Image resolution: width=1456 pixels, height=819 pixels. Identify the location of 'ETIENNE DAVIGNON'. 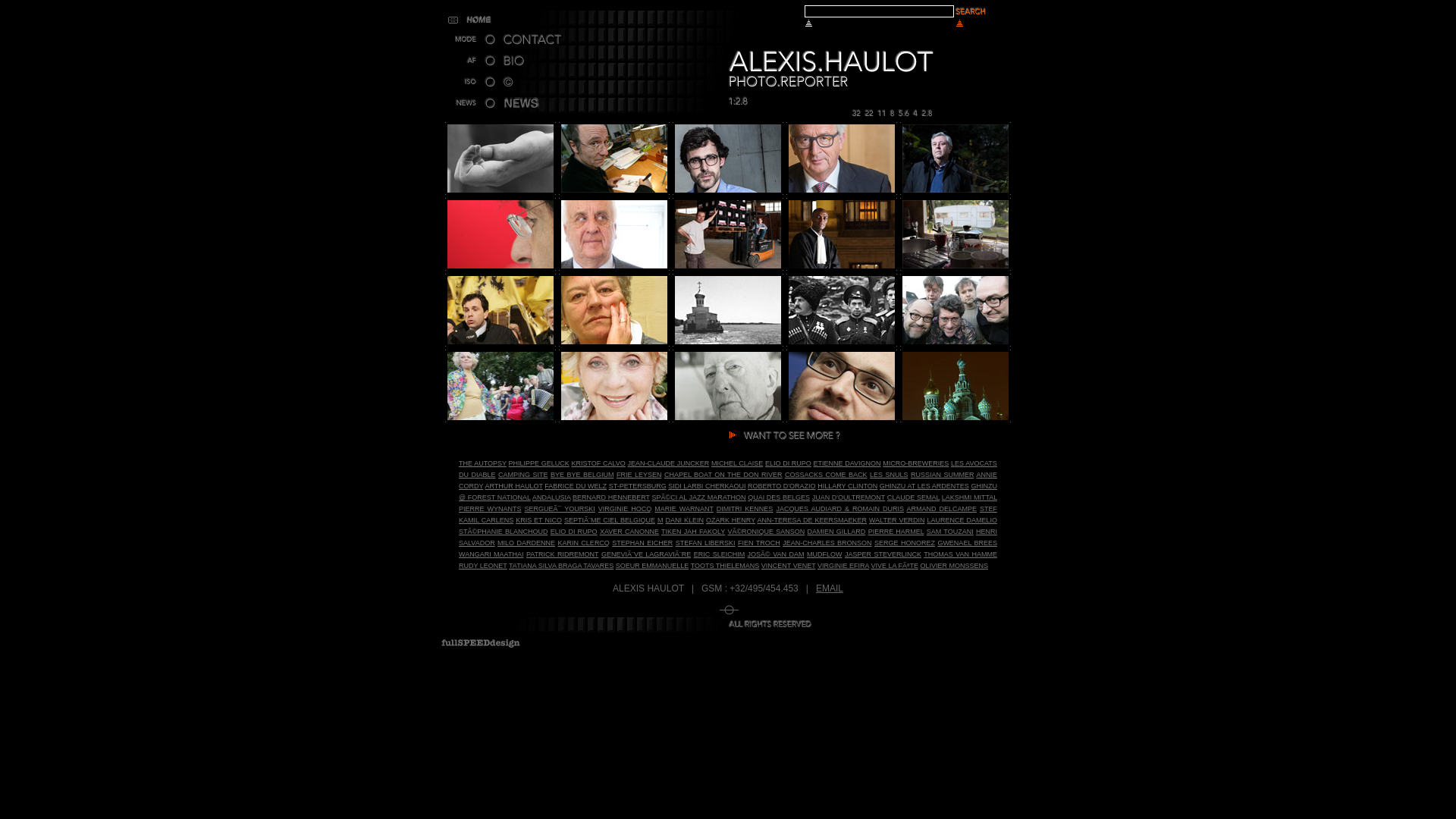
(846, 462).